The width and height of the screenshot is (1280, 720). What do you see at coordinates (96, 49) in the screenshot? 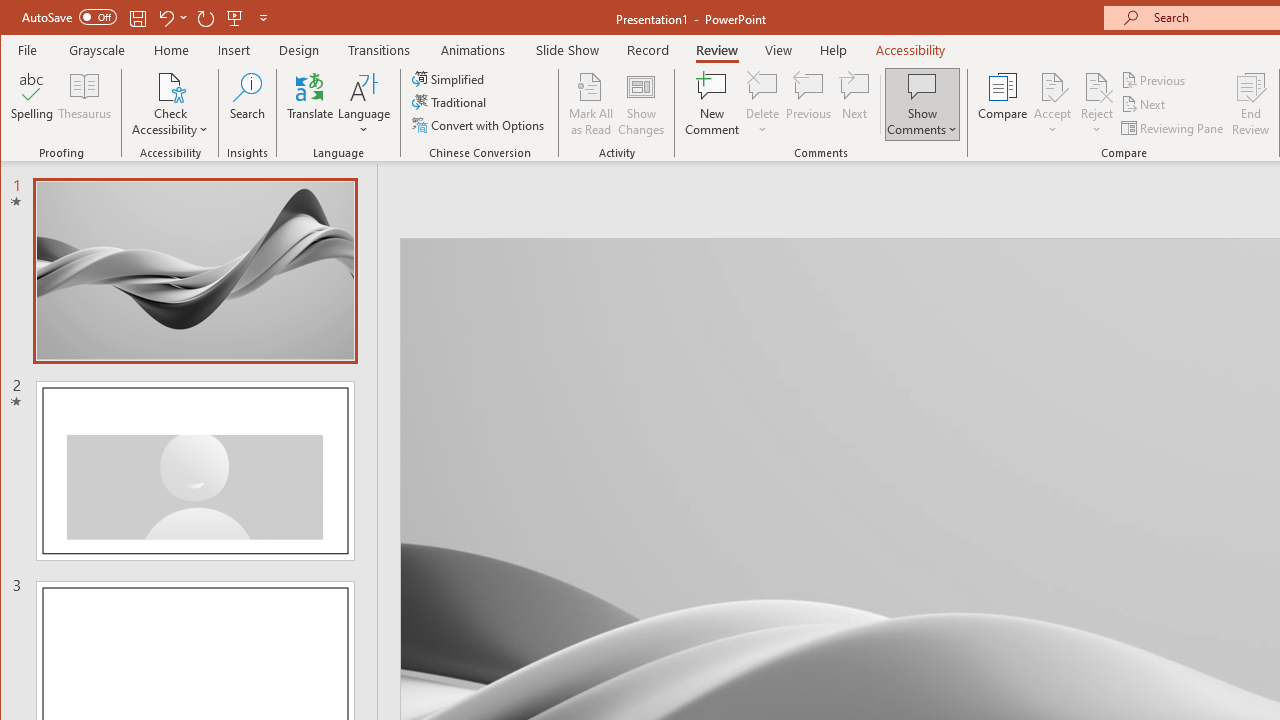
I see `'Grayscale'` at bounding box center [96, 49].